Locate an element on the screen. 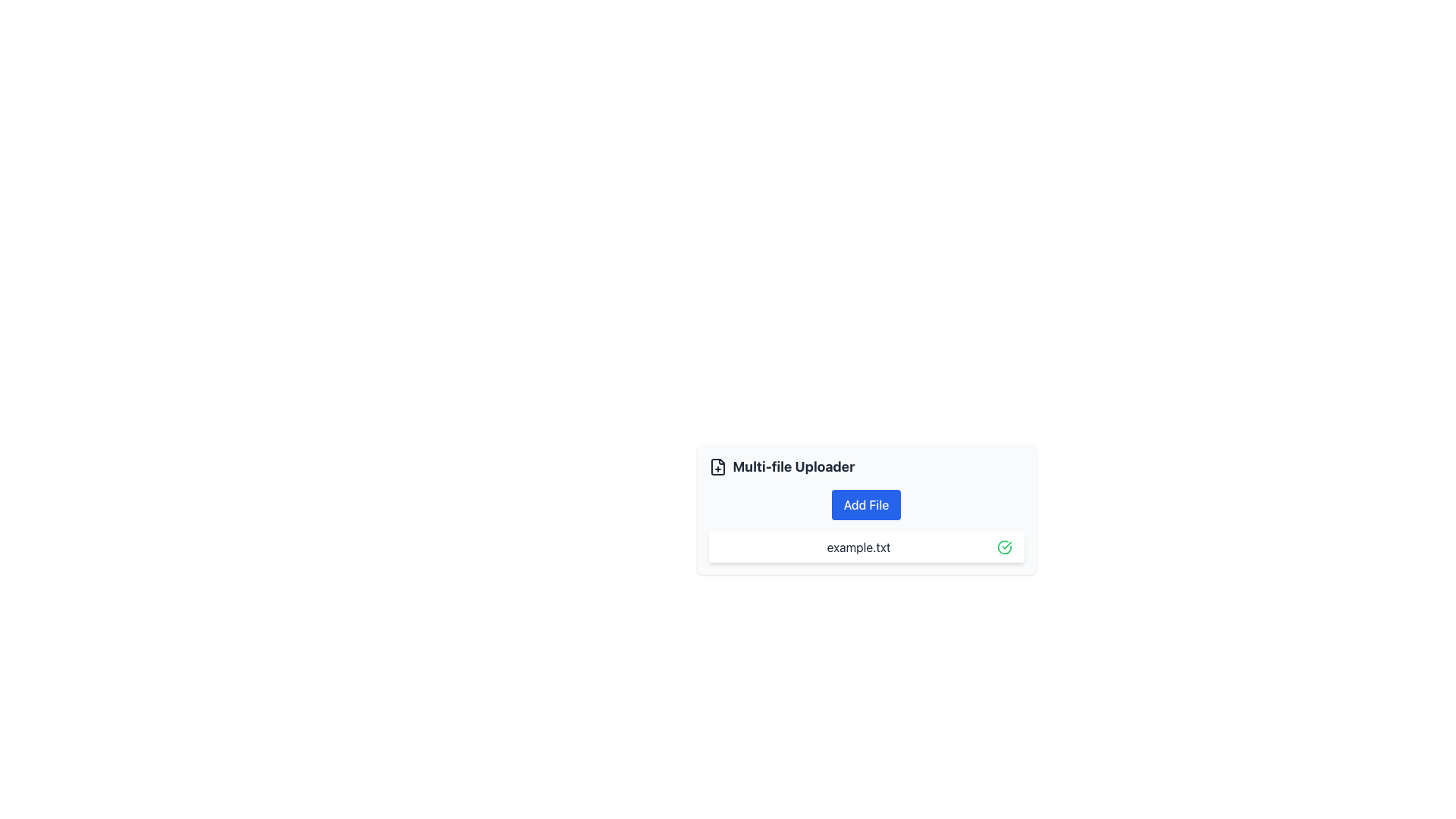  the file icon, which is a rectangular shape with a bent corner at the top left, representing a document in the multi-file uploader interface is located at coordinates (717, 466).